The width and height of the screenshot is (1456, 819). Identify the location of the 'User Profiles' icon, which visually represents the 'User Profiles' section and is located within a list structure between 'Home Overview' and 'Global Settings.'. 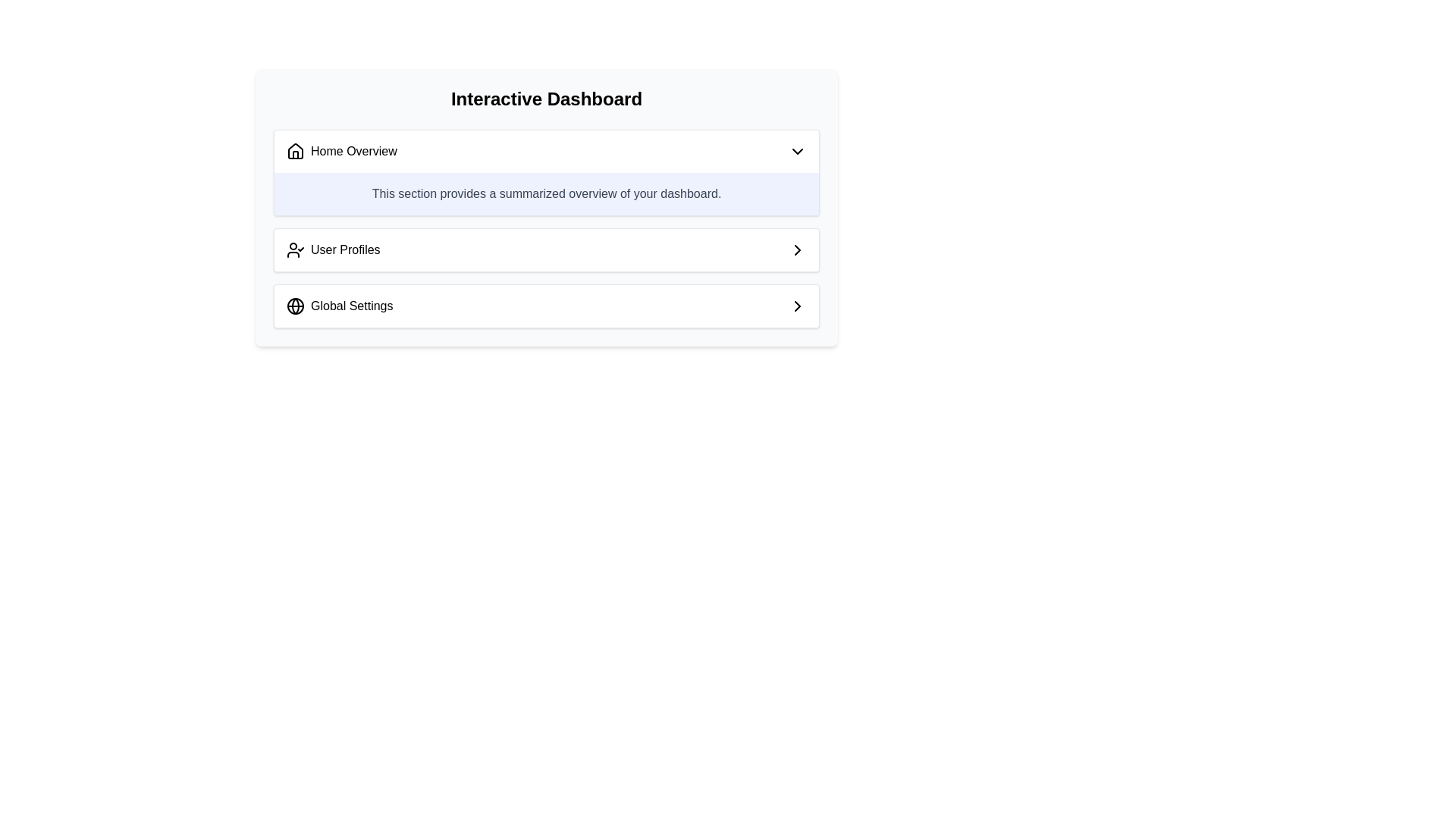
(295, 249).